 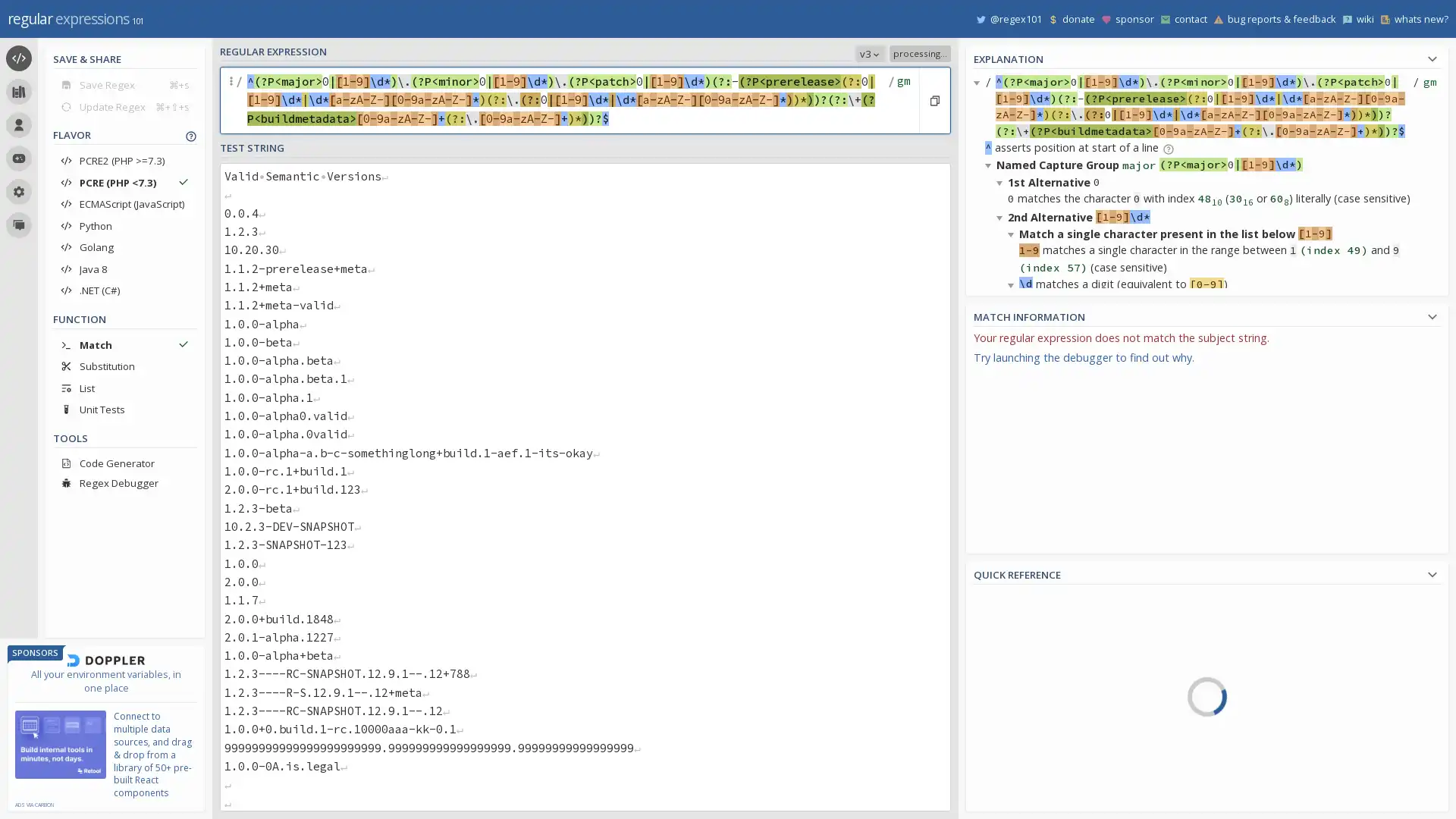 I want to click on A character in the range: a-z or A-Z [a-zA-Z], so click(x=1282, y=687).